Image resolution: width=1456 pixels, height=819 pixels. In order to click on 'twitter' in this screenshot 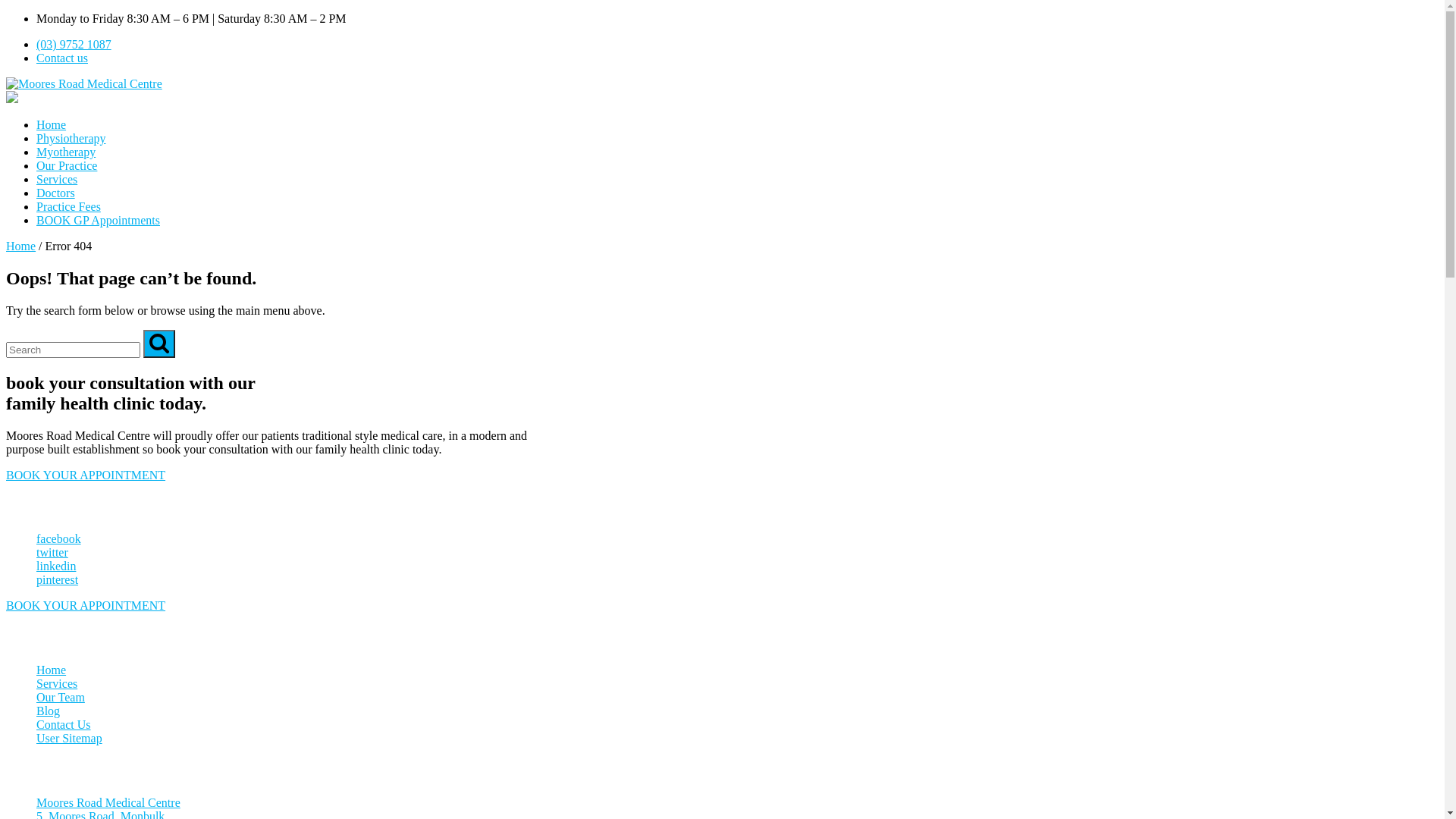, I will do `click(36, 552)`.